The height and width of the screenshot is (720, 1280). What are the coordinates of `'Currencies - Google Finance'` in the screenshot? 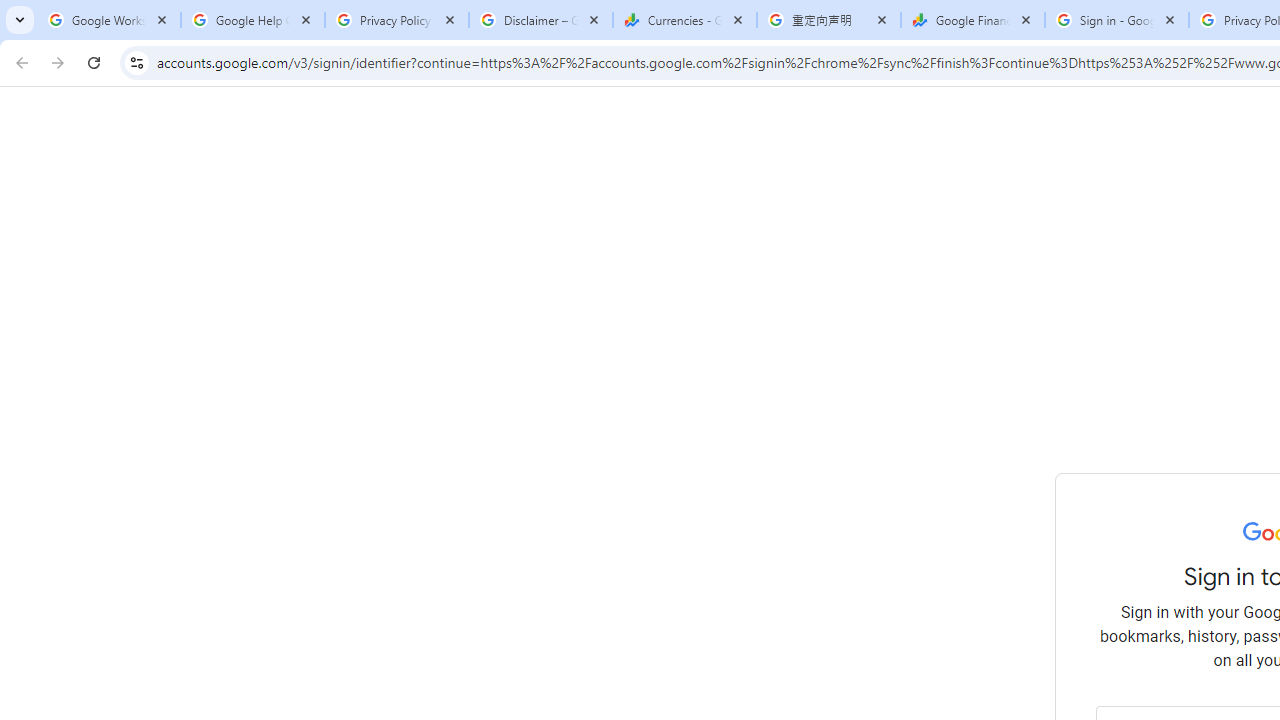 It's located at (684, 20).